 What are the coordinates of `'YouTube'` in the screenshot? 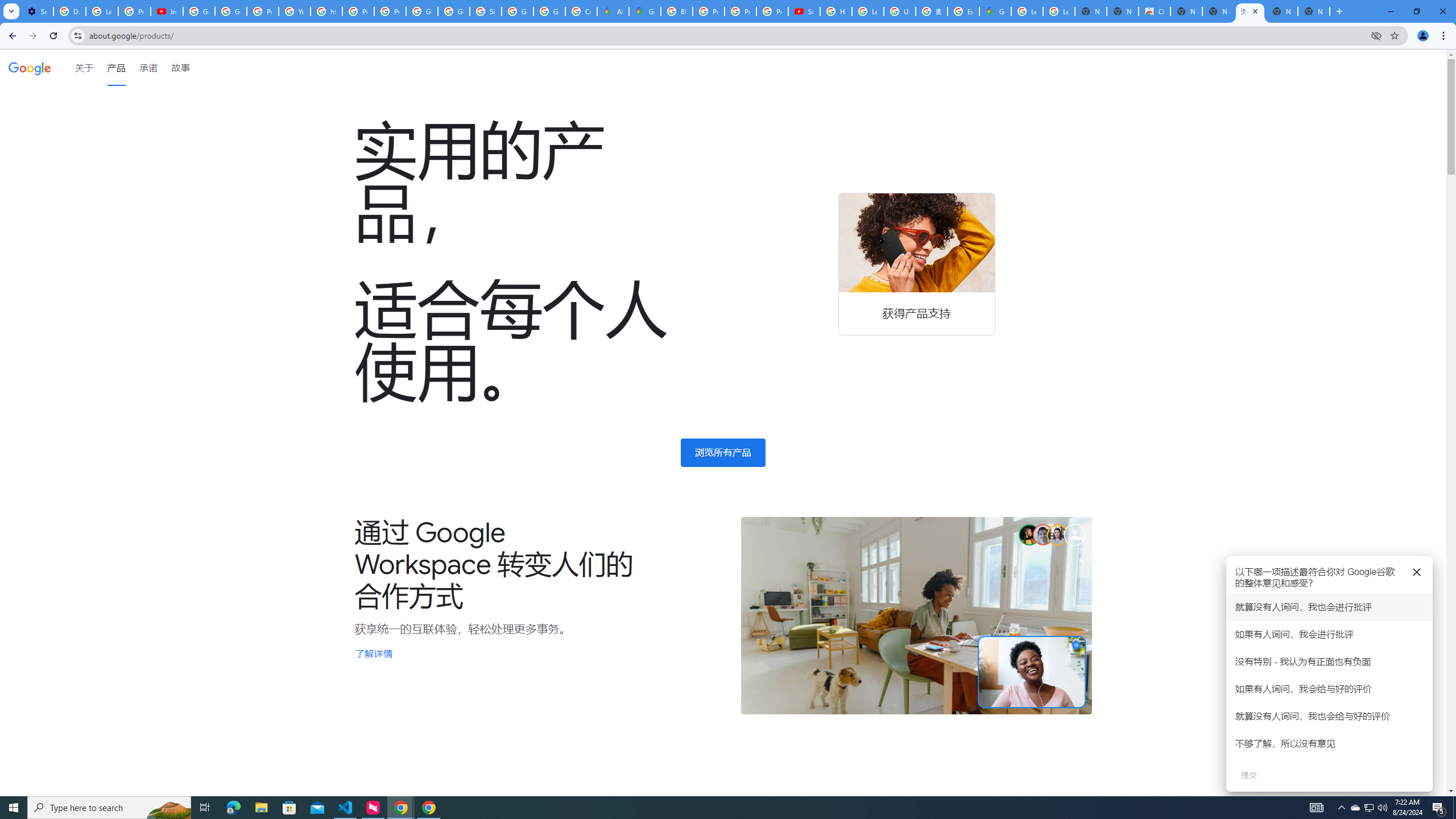 It's located at (294, 11).